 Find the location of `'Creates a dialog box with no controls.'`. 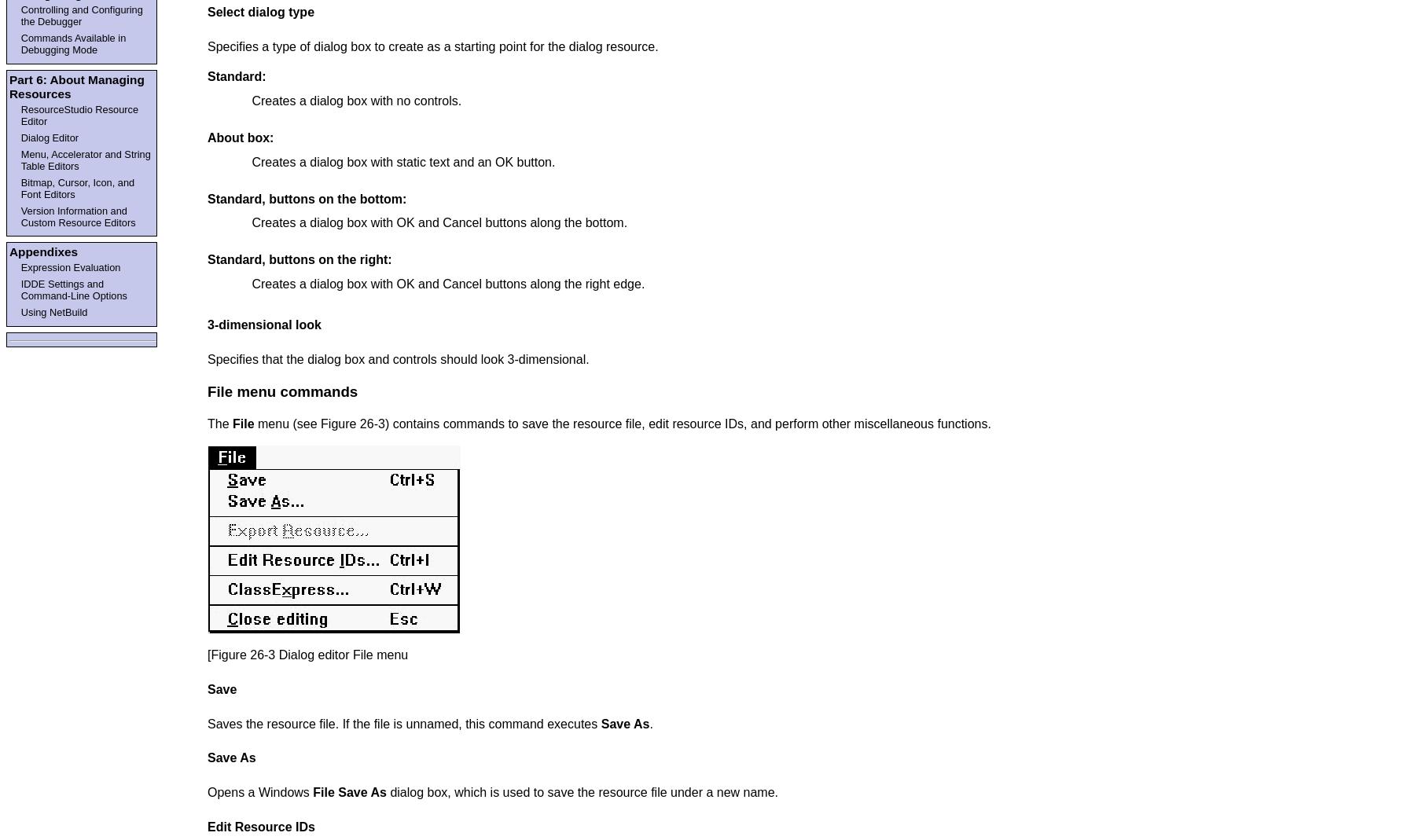

'Creates a dialog box with no controls.' is located at coordinates (355, 101).